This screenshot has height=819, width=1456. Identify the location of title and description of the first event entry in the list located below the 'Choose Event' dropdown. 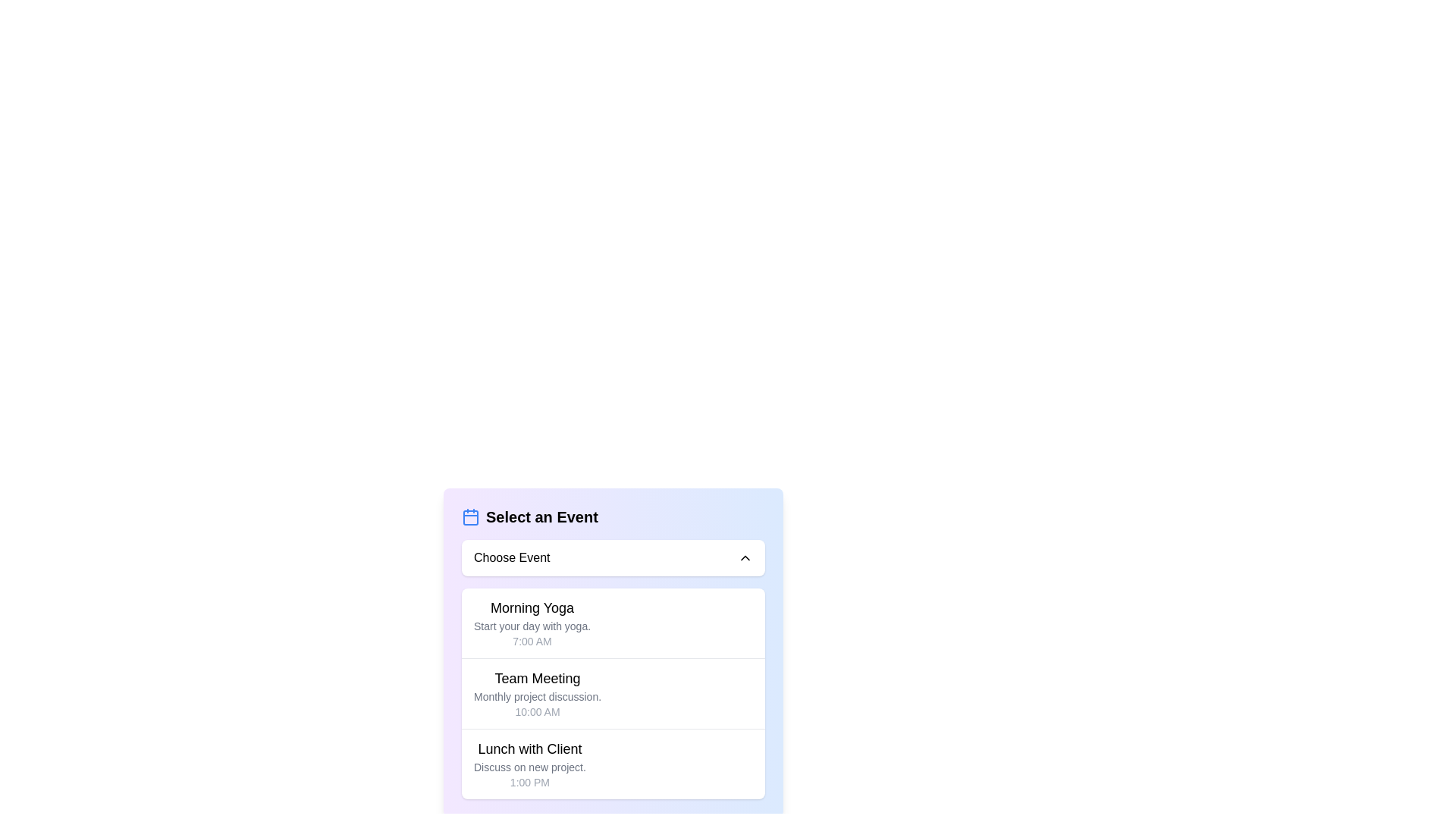
(532, 623).